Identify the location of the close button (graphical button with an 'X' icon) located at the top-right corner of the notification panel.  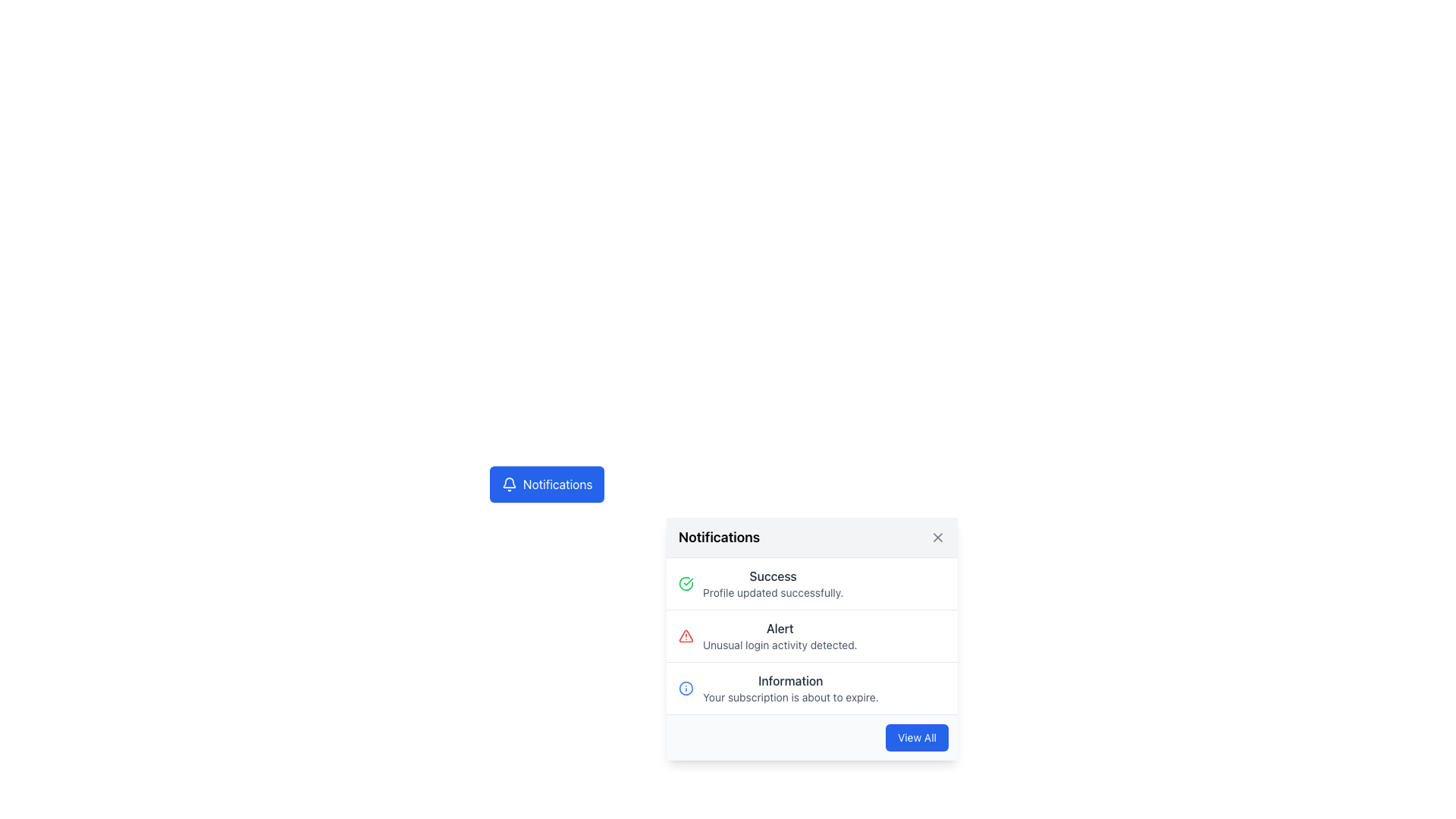
(937, 537).